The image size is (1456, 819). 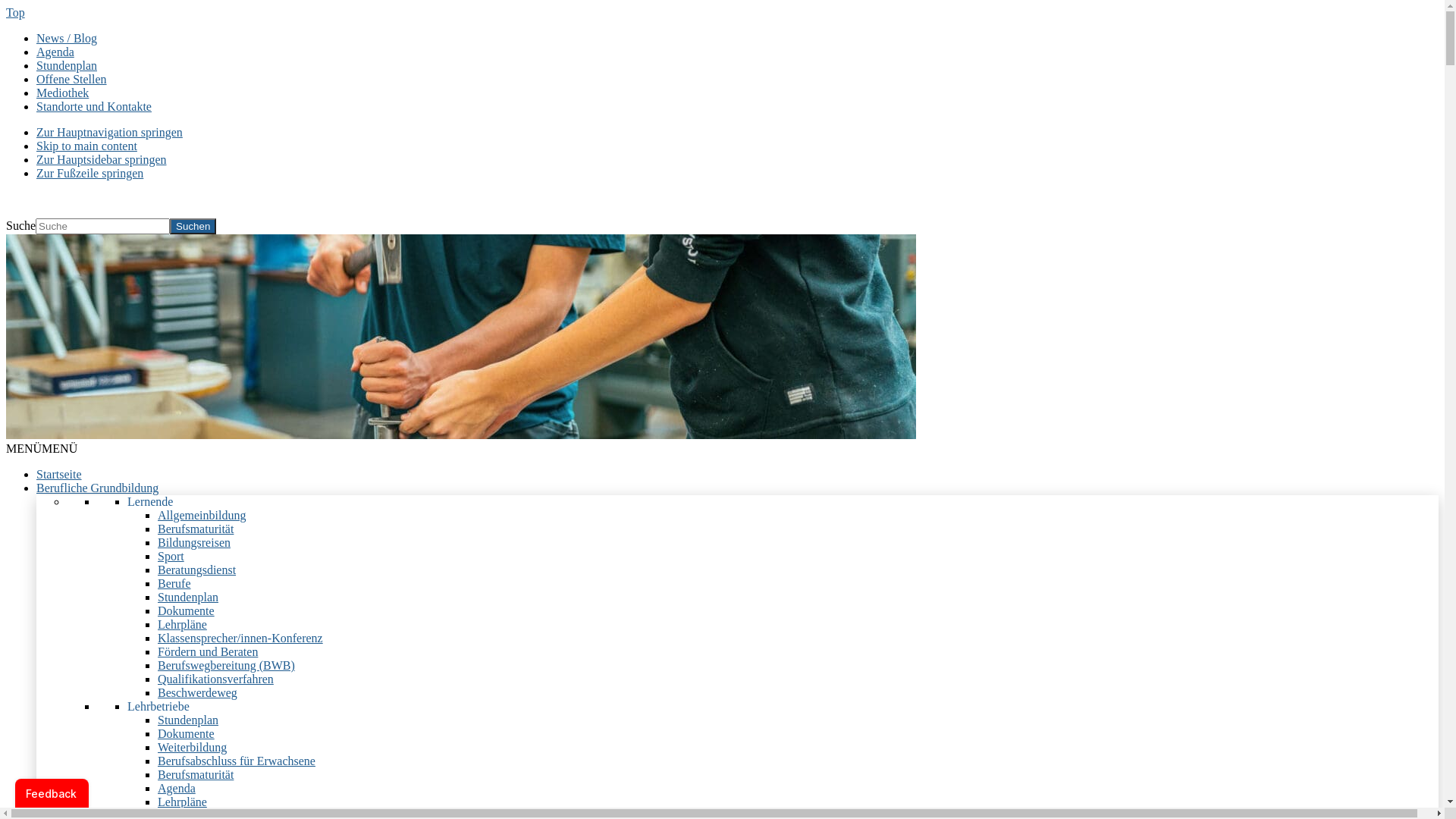 What do you see at coordinates (157, 787) in the screenshot?
I see `'Agenda'` at bounding box center [157, 787].